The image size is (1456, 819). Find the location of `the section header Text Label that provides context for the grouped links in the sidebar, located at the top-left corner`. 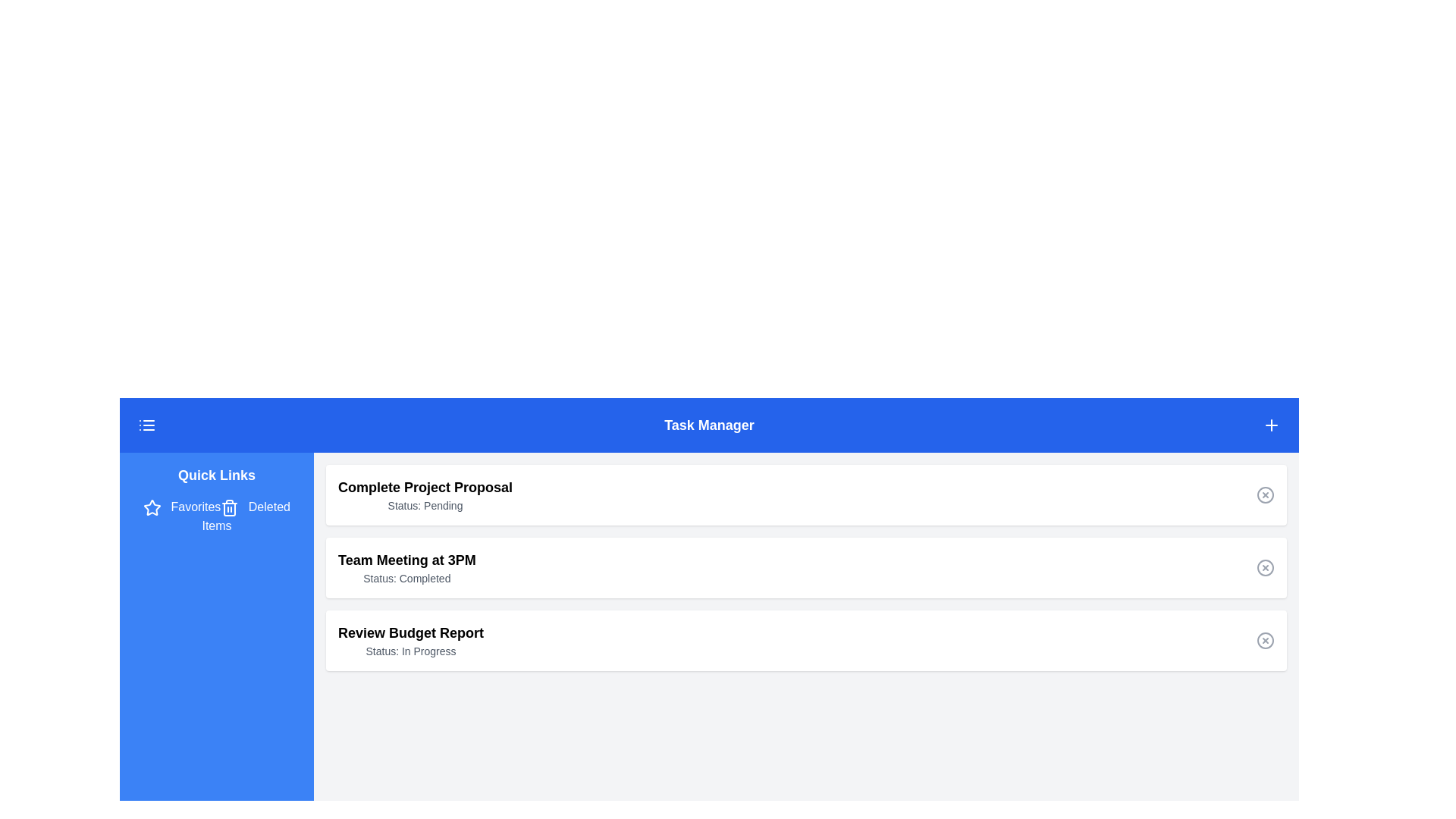

the section header Text Label that provides context for the grouped links in the sidebar, located at the top-left corner is located at coordinates (216, 475).